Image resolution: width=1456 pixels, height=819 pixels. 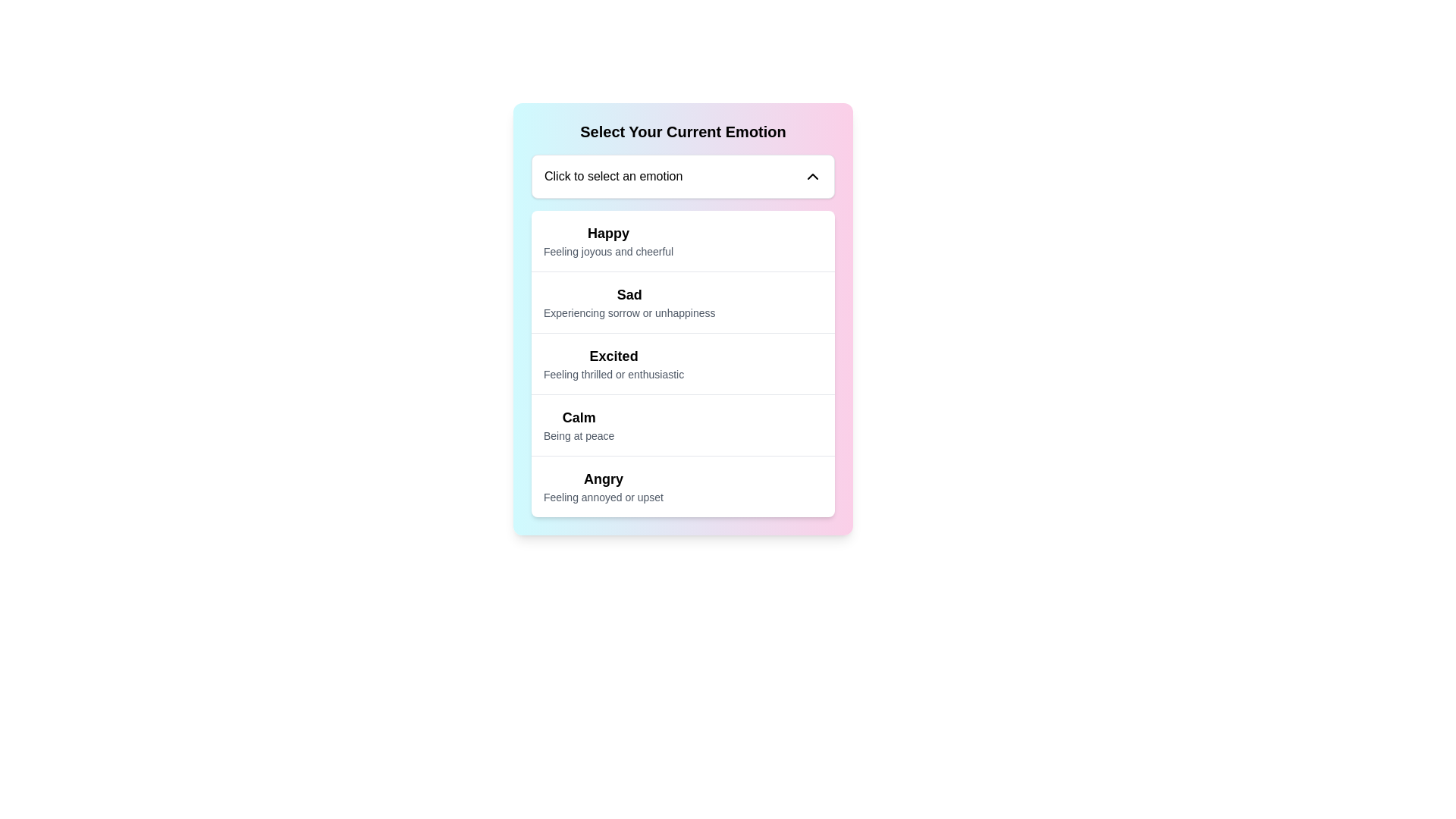 What do you see at coordinates (608, 240) in the screenshot?
I see `the first text-based selectable item that reads 'Happy' in bold font, which is part of a vertical list of options below the dropdown labeled 'Click to select an emotion'` at bounding box center [608, 240].